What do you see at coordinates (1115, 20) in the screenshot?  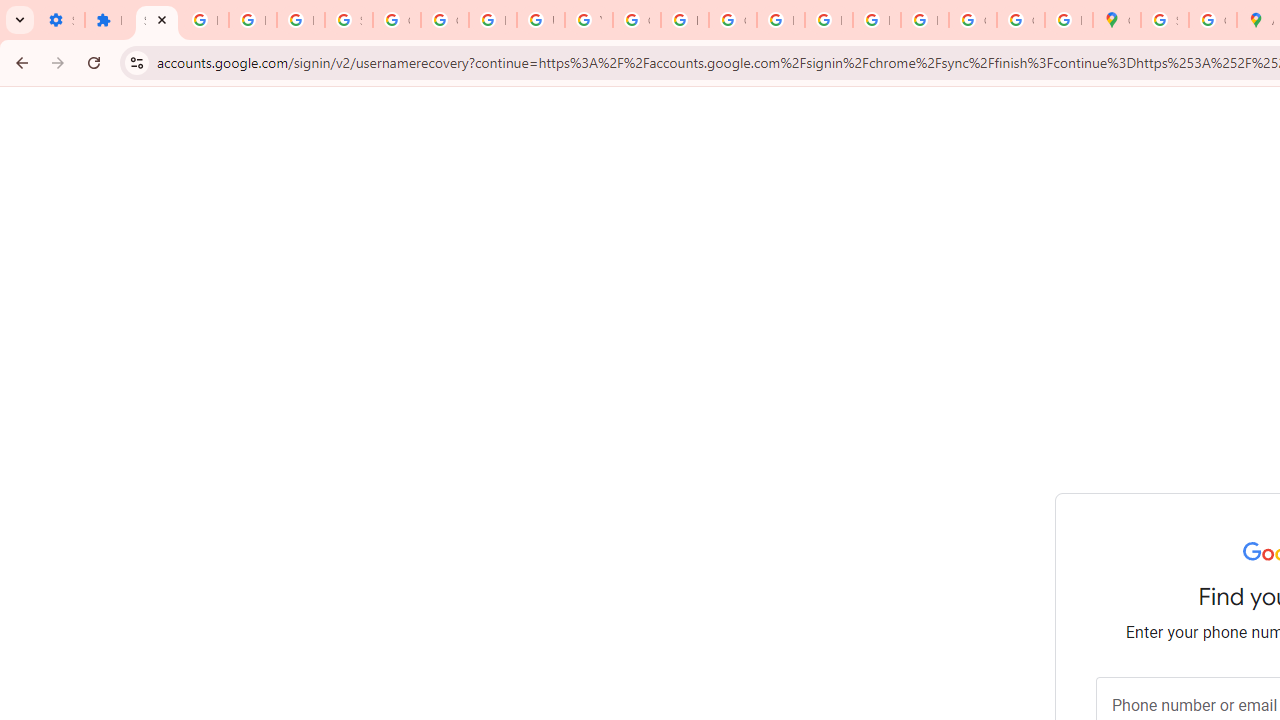 I see `'Google Maps'` at bounding box center [1115, 20].